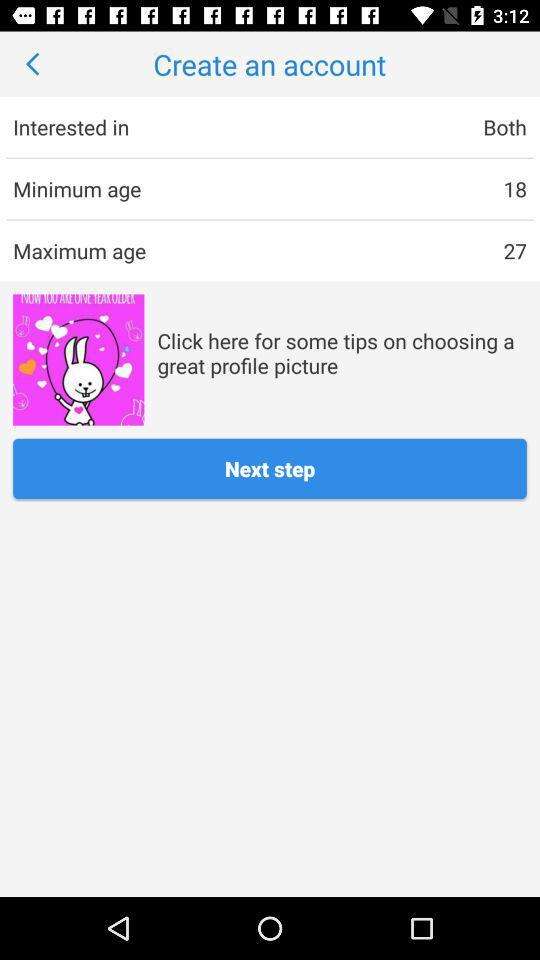 The width and height of the screenshot is (540, 960). What do you see at coordinates (77, 360) in the screenshot?
I see `item on the left` at bounding box center [77, 360].